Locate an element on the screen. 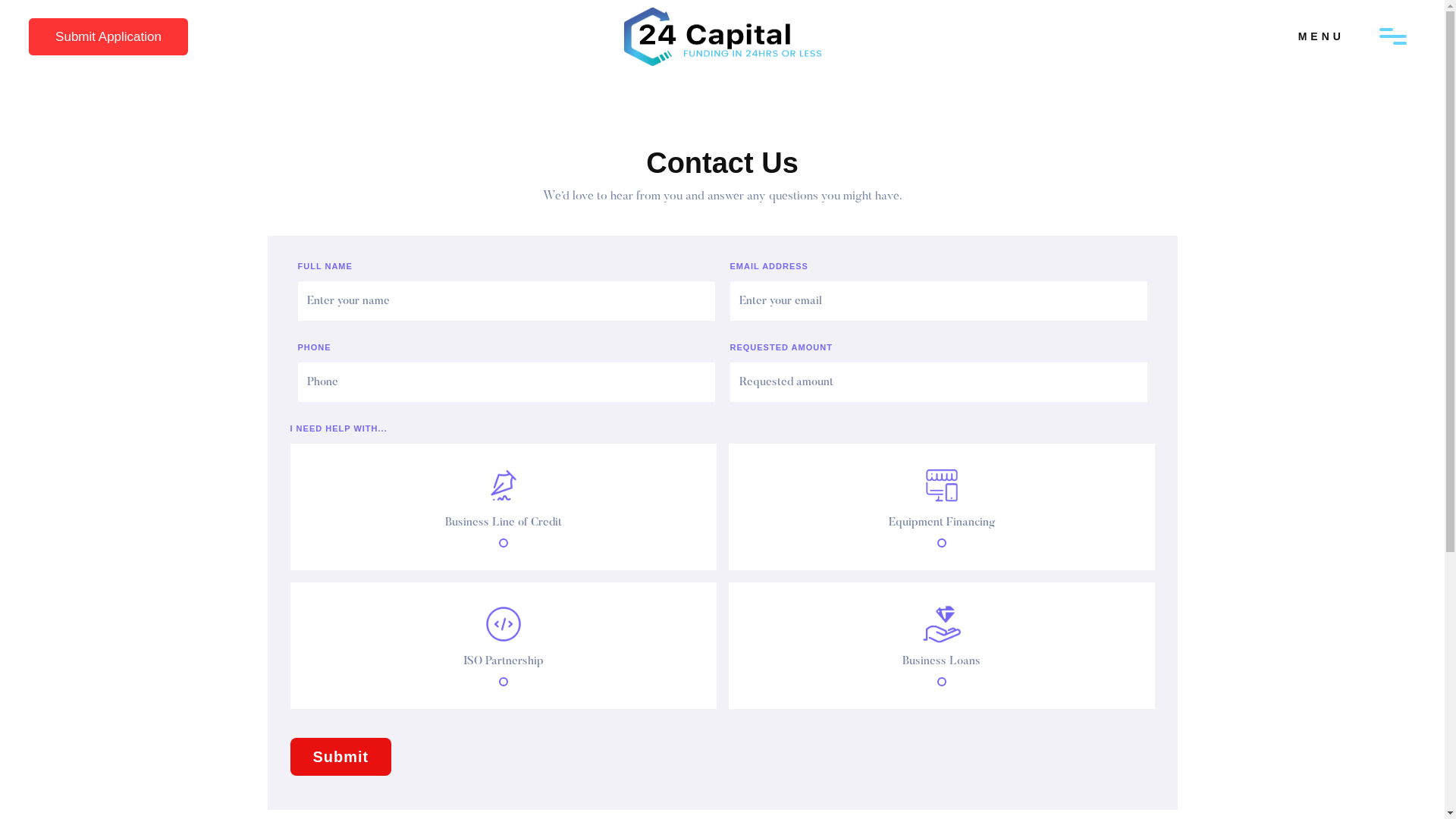 The width and height of the screenshot is (1456, 819). 'Submit' is located at coordinates (340, 757).